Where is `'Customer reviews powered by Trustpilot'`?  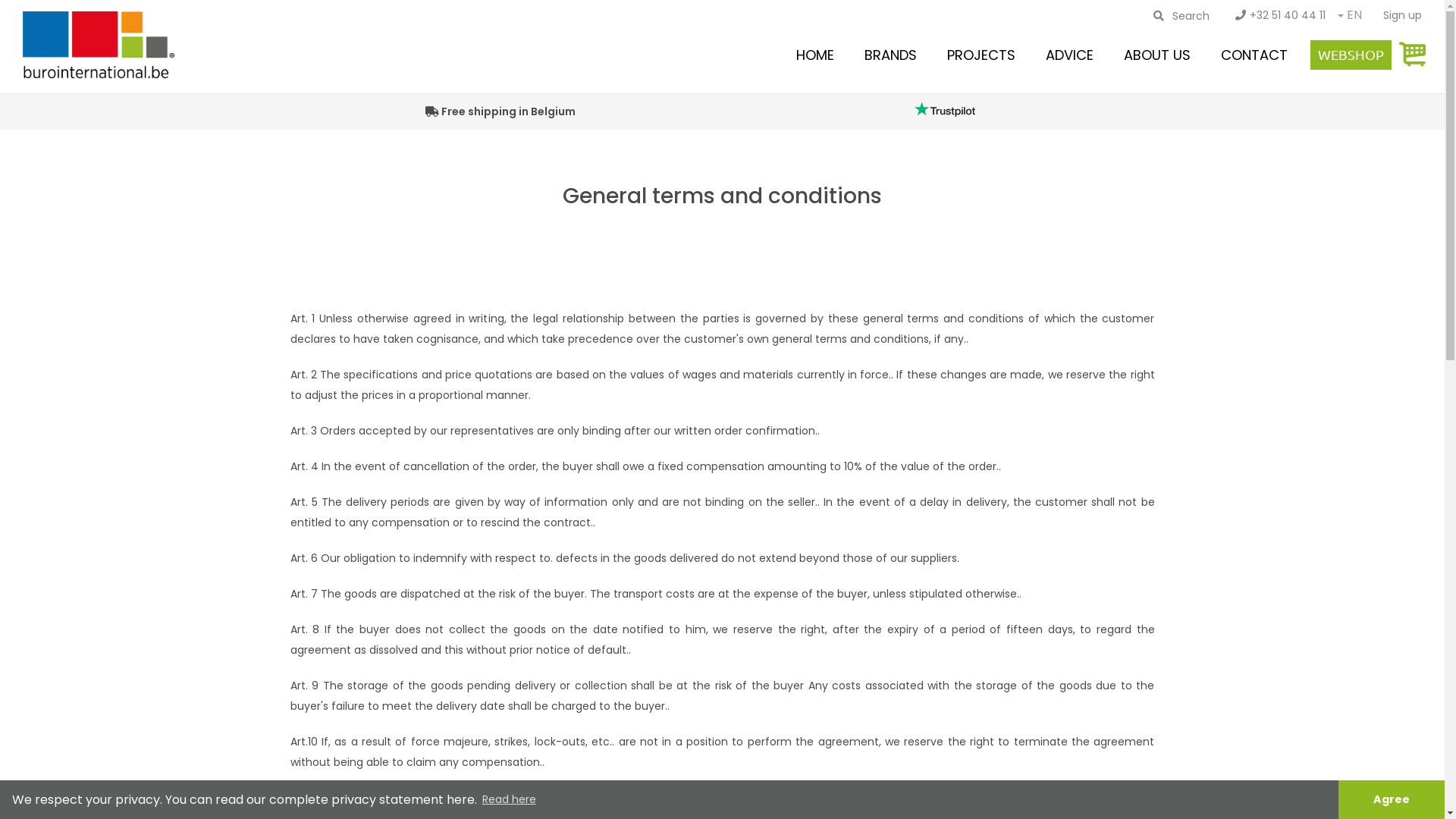
'Customer reviews powered by Trustpilot' is located at coordinates (943, 108).